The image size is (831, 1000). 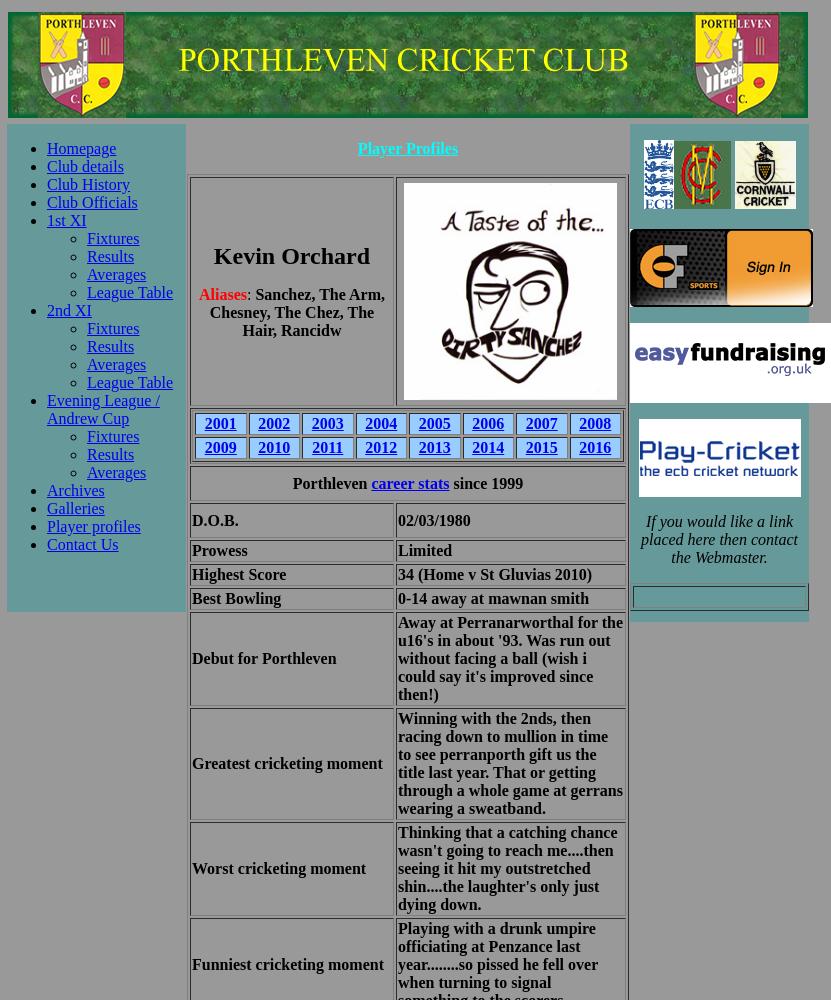 I want to click on 'Best Bowling', so click(x=235, y=597).